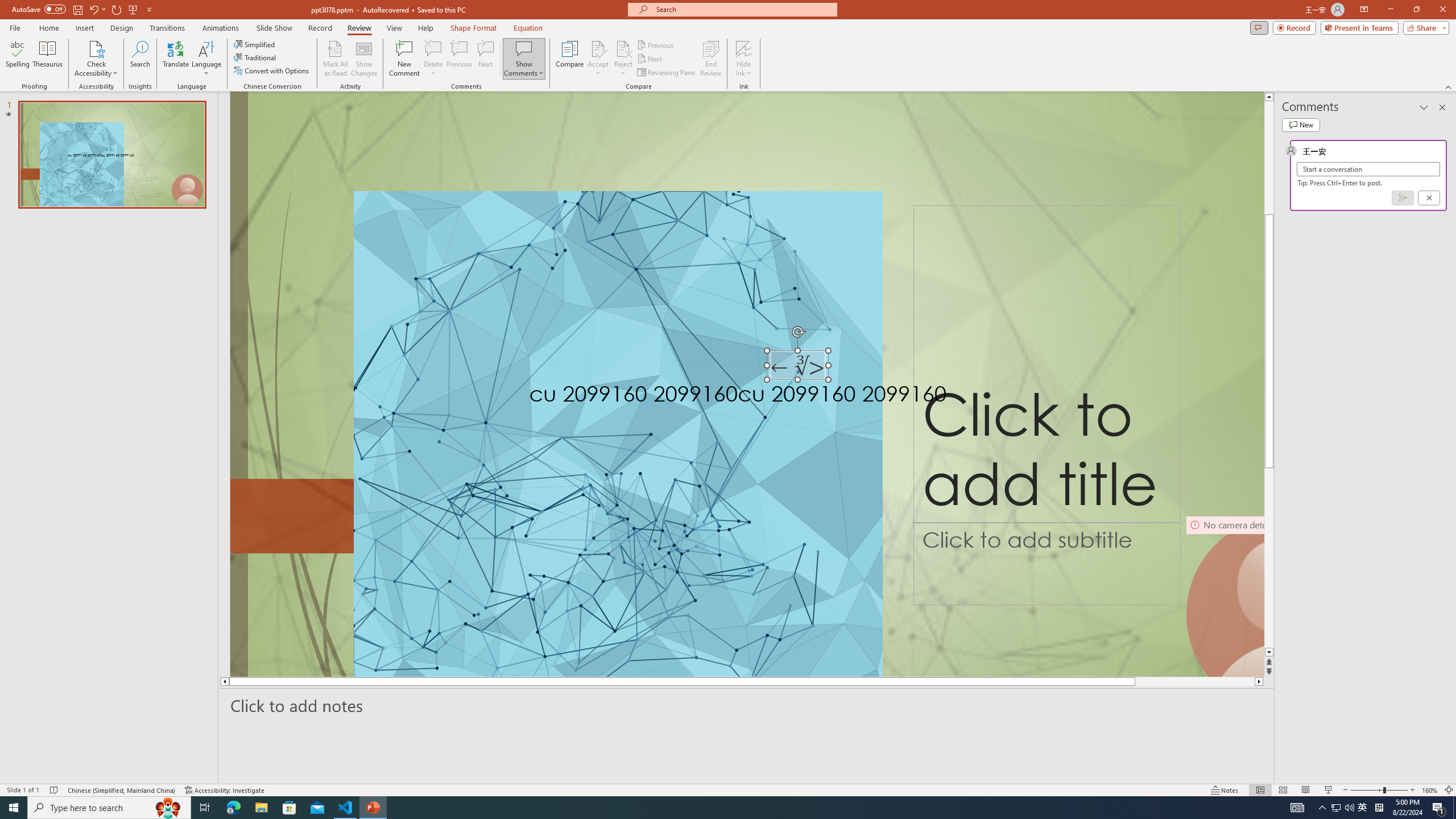  I want to click on 'Convert with Options...', so click(271, 69).